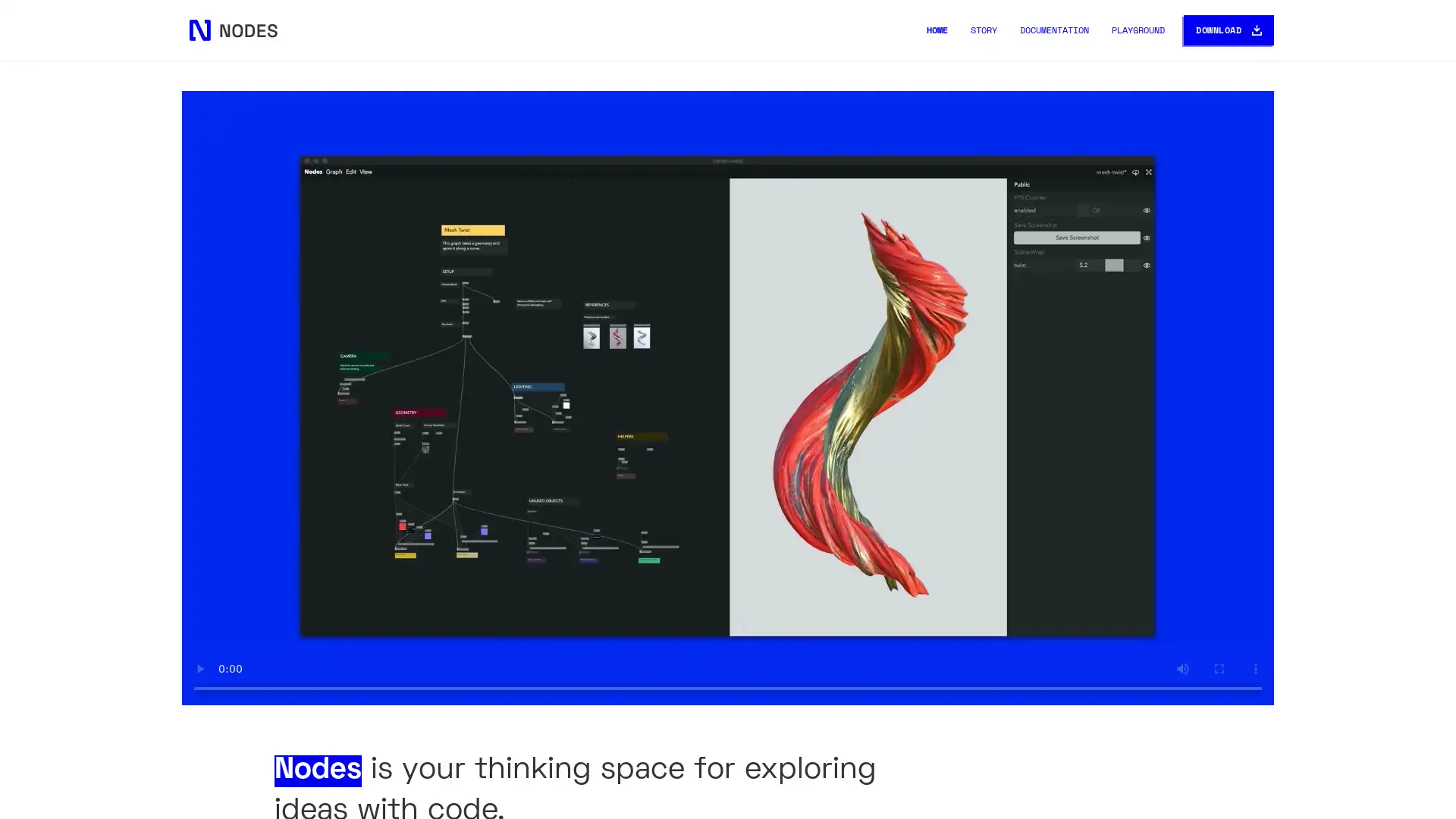 The image size is (1456, 819). What do you see at coordinates (1228, 30) in the screenshot?
I see `DOWNLOAD` at bounding box center [1228, 30].